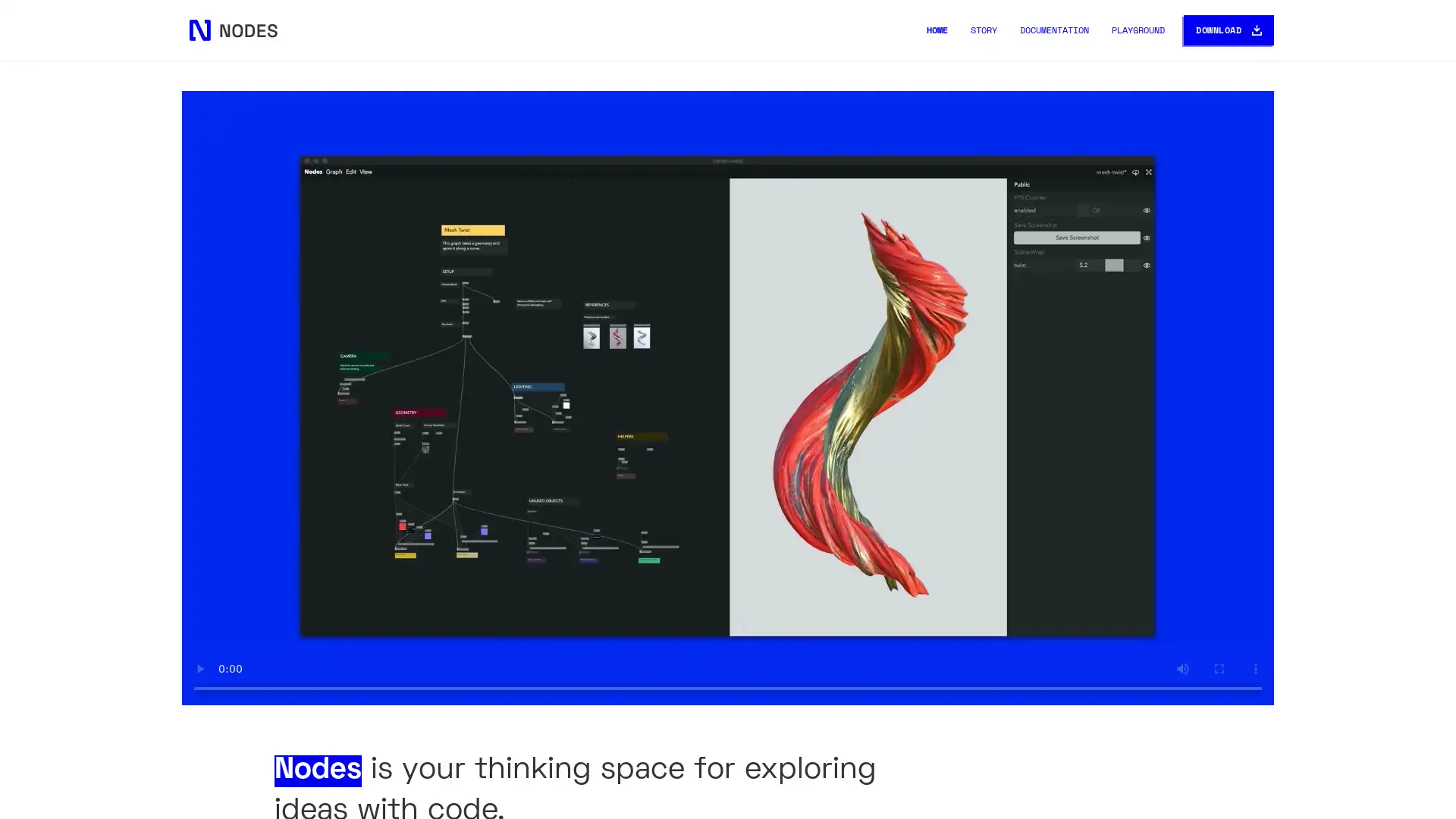 The image size is (1456, 819). What do you see at coordinates (1228, 30) in the screenshot?
I see `DOWNLOAD` at bounding box center [1228, 30].